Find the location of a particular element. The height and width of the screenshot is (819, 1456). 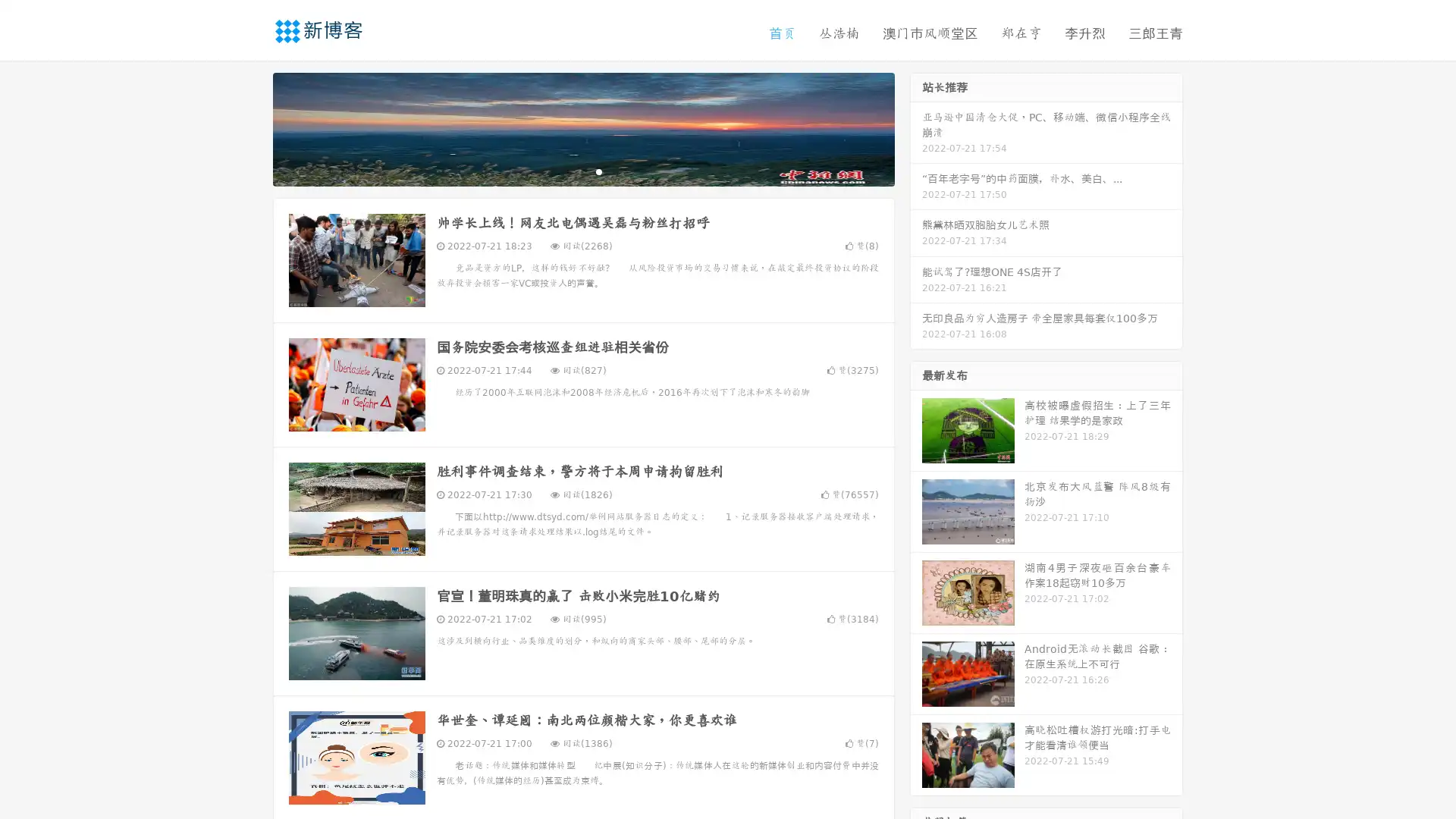

Go to slide 1 is located at coordinates (567, 171).